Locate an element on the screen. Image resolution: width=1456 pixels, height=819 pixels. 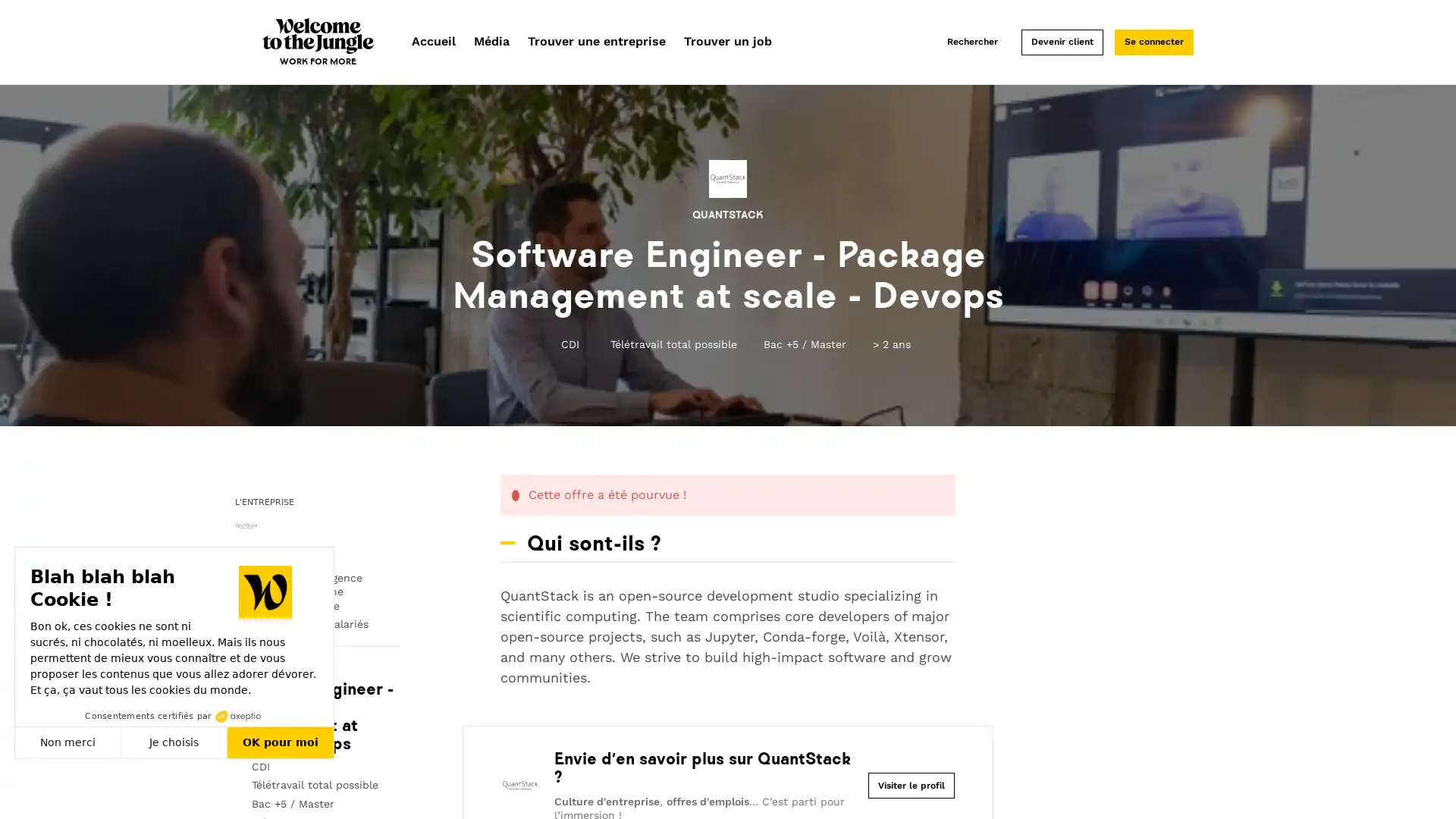
OK pour moi is located at coordinates (280, 742).